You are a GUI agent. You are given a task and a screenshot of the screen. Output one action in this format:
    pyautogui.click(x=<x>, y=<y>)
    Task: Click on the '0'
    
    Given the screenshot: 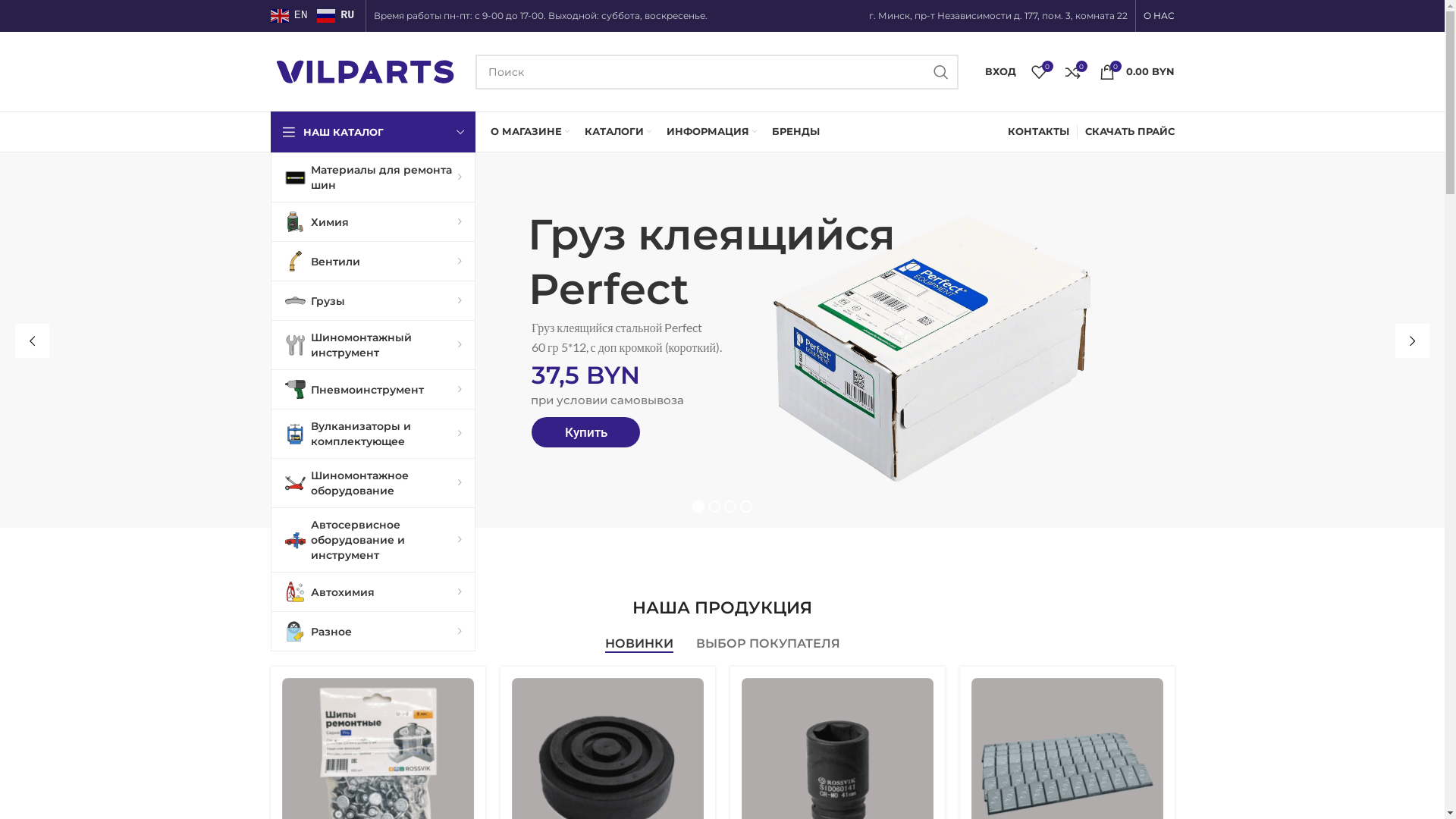 What is the action you would take?
    pyautogui.click(x=1056, y=71)
    